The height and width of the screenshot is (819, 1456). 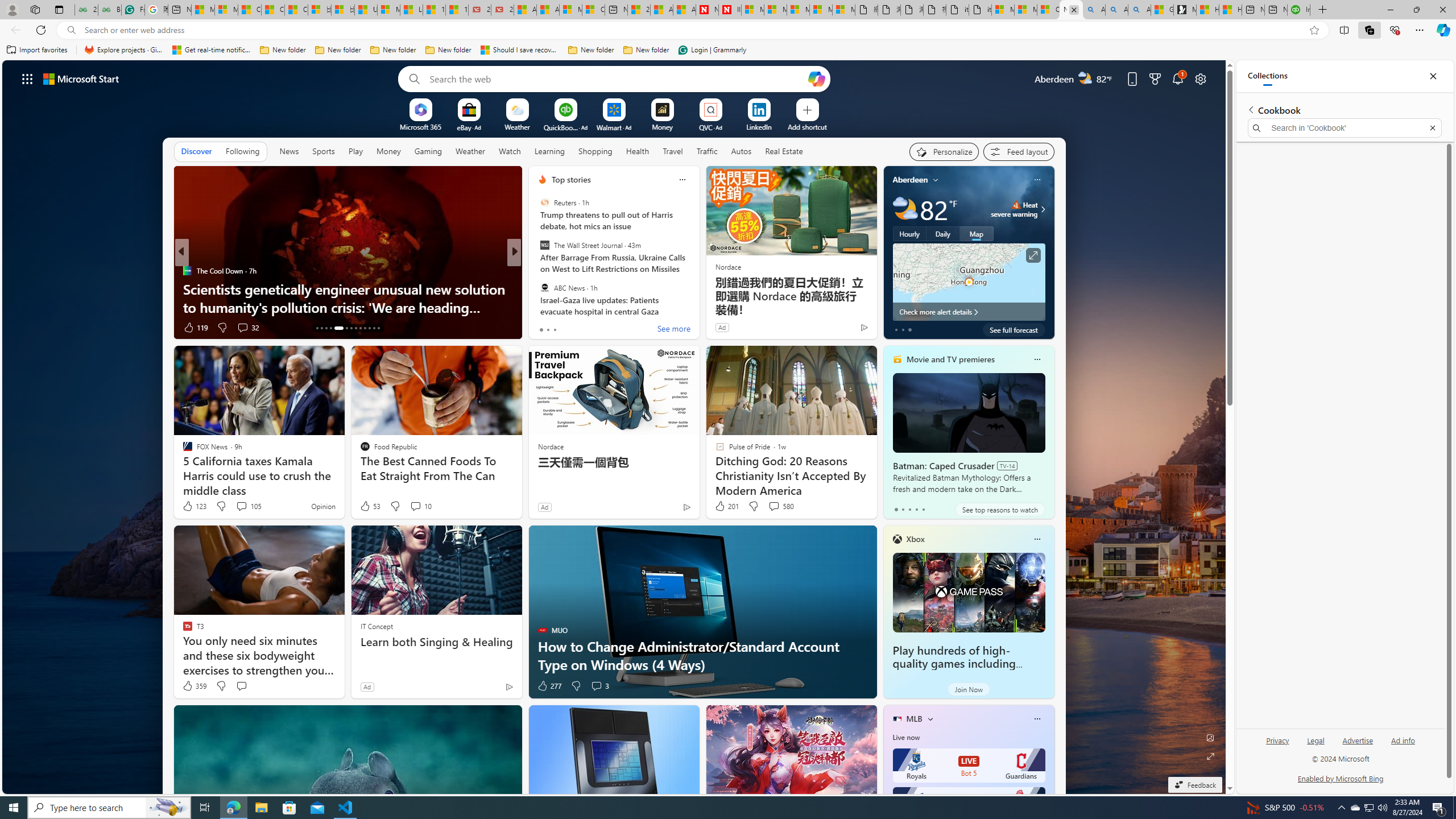 What do you see at coordinates (1093, 9) in the screenshot?
I see `'Alabama high school quarterback dies - Search'` at bounding box center [1093, 9].